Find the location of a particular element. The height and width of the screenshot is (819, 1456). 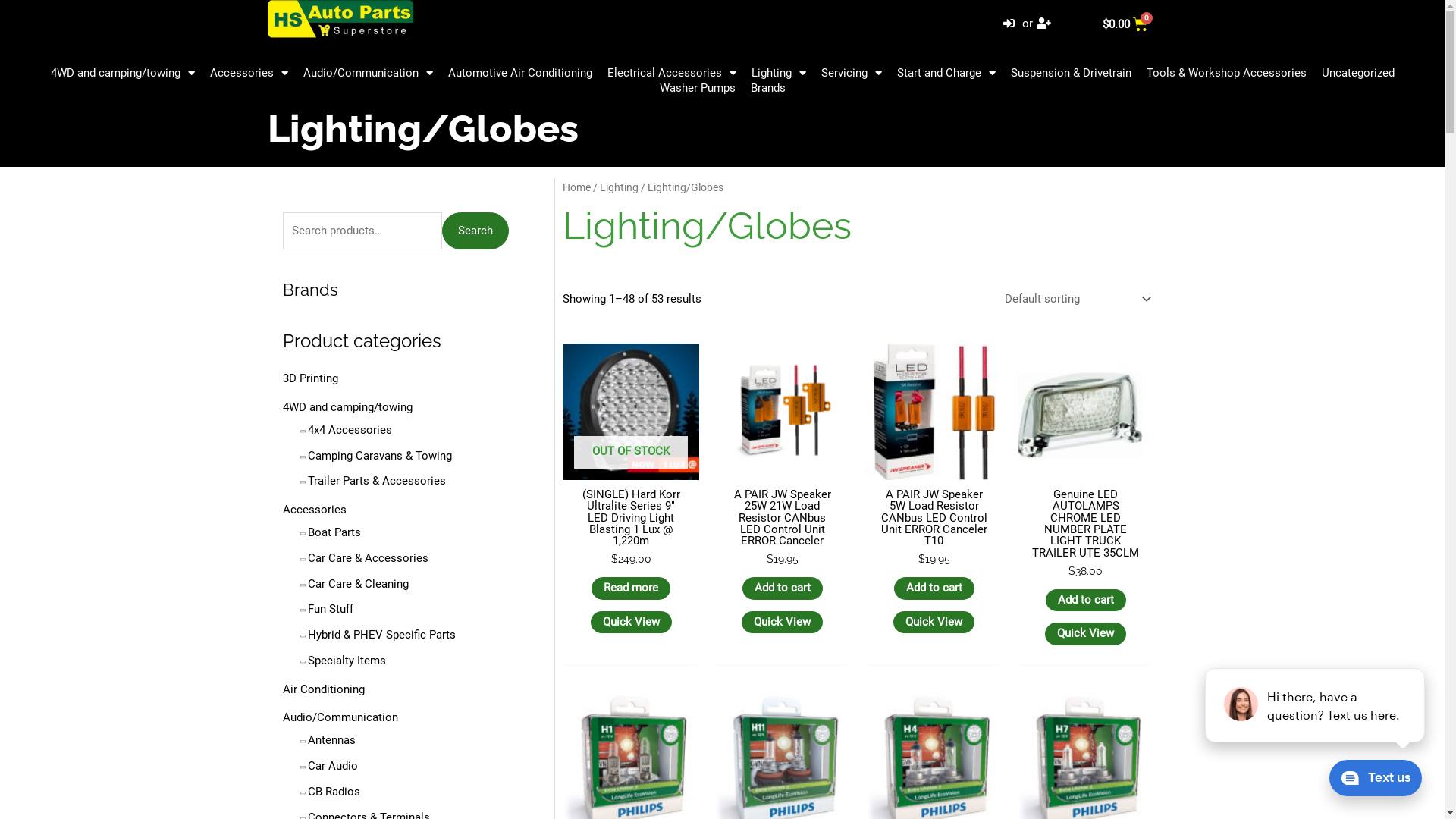

'4x4 Accessories' is located at coordinates (349, 430).